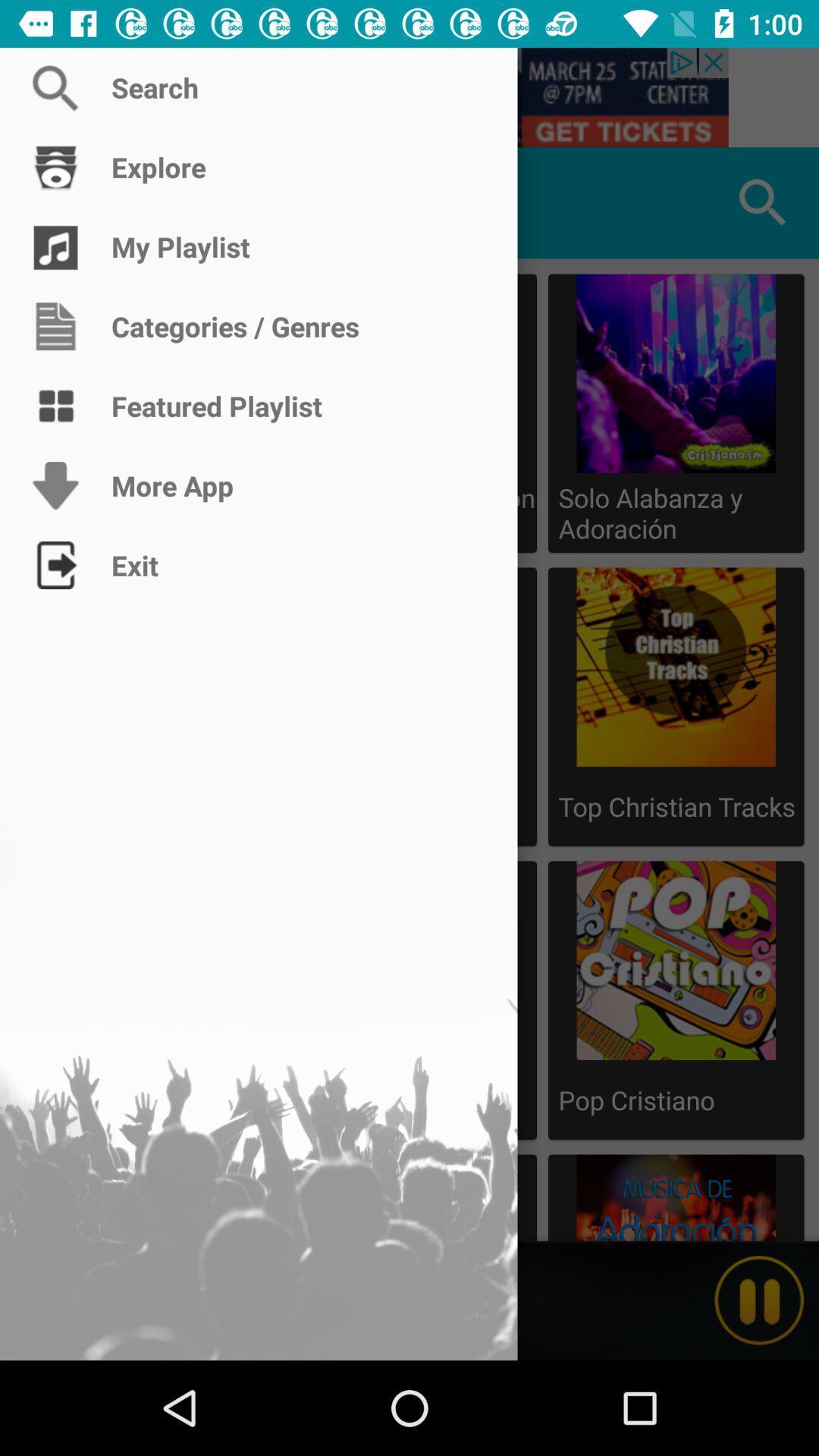 The width and height of the screenshot is (819, 1456). What do you see at coordinates (409, 96) in the screenshot?
I see `search christian music` at bounding box center [409, 96].